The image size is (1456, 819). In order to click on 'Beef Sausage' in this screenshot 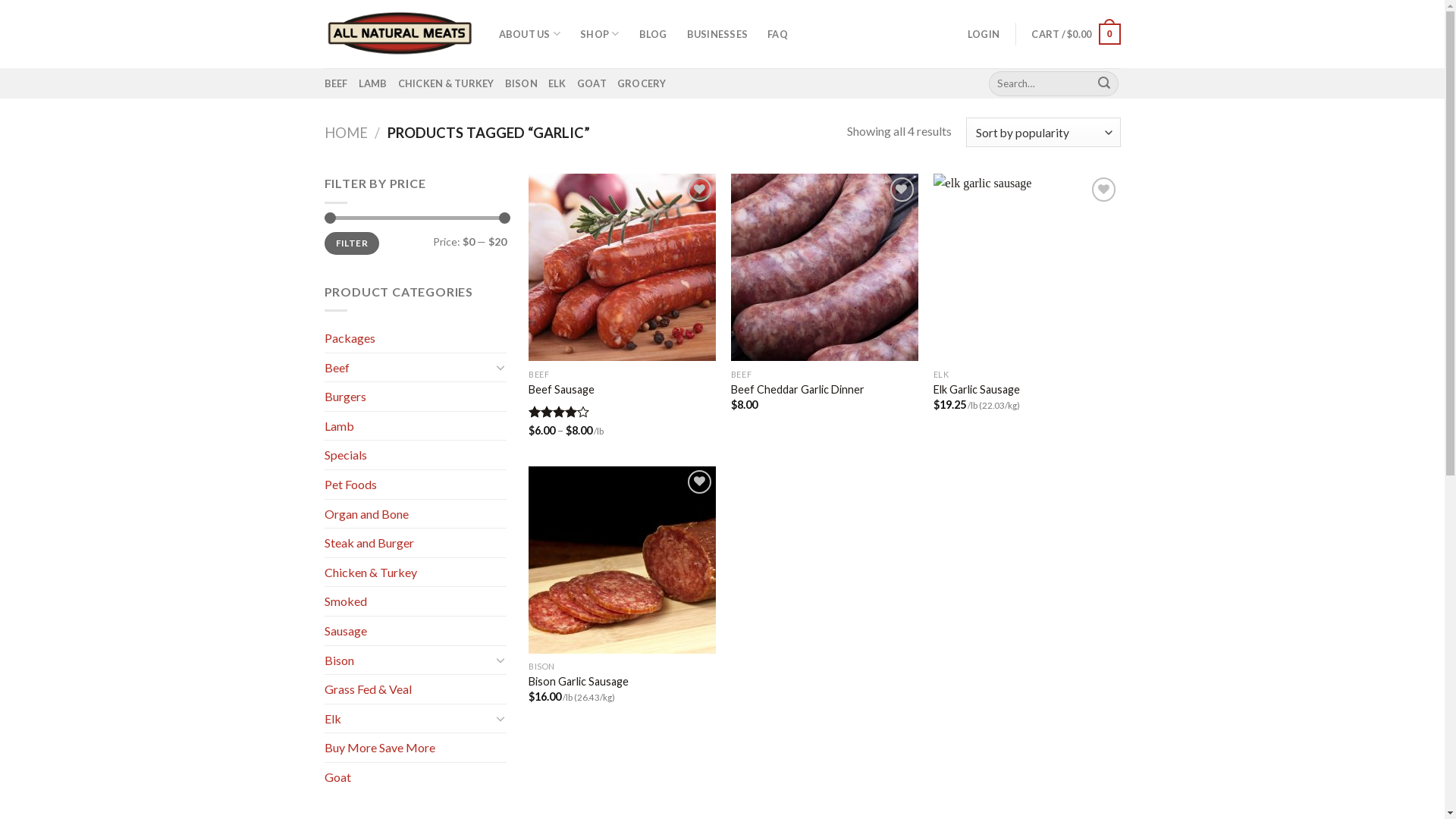, I will do `click(528, 389)`.